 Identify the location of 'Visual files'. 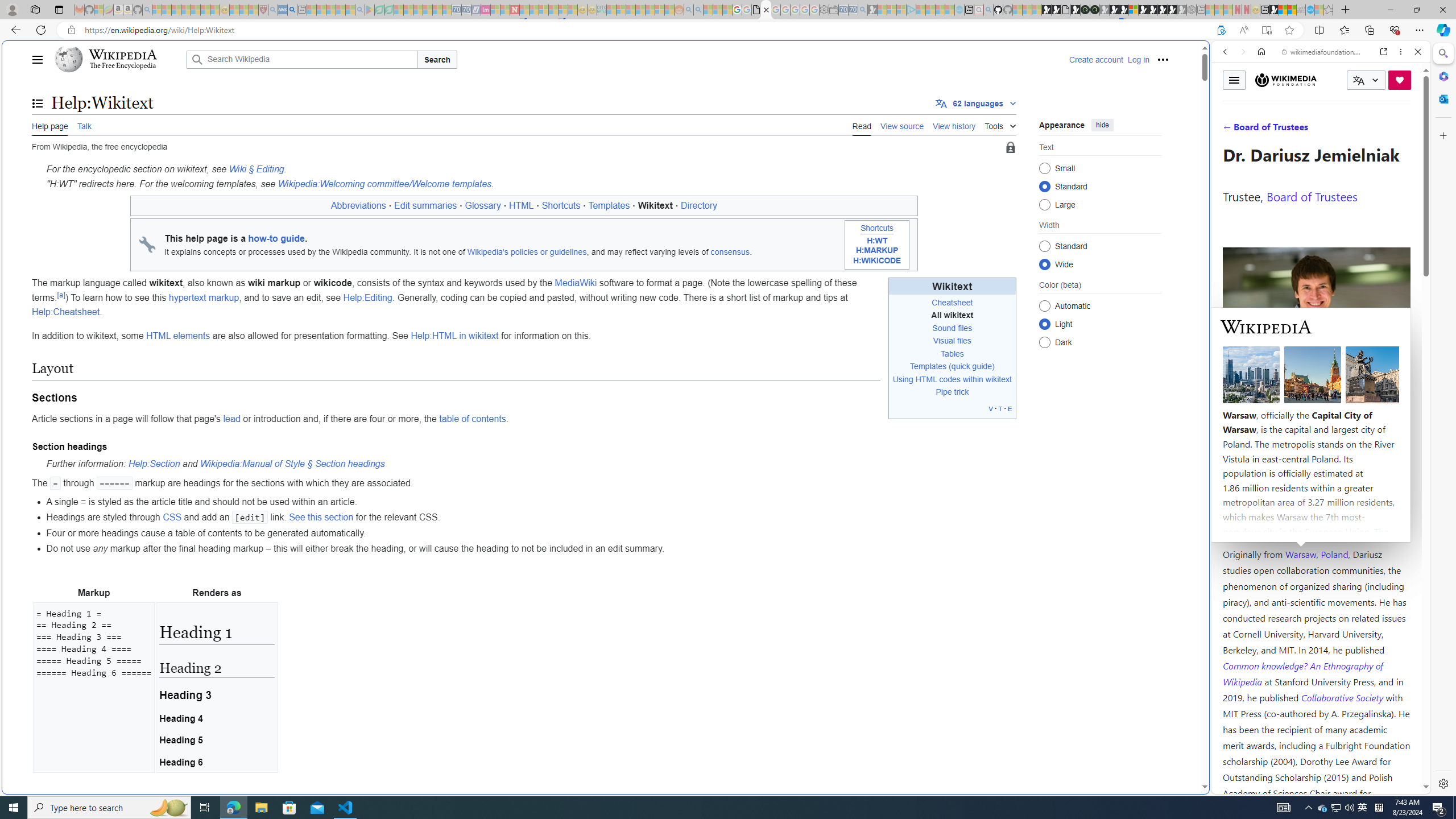
(952, 340).